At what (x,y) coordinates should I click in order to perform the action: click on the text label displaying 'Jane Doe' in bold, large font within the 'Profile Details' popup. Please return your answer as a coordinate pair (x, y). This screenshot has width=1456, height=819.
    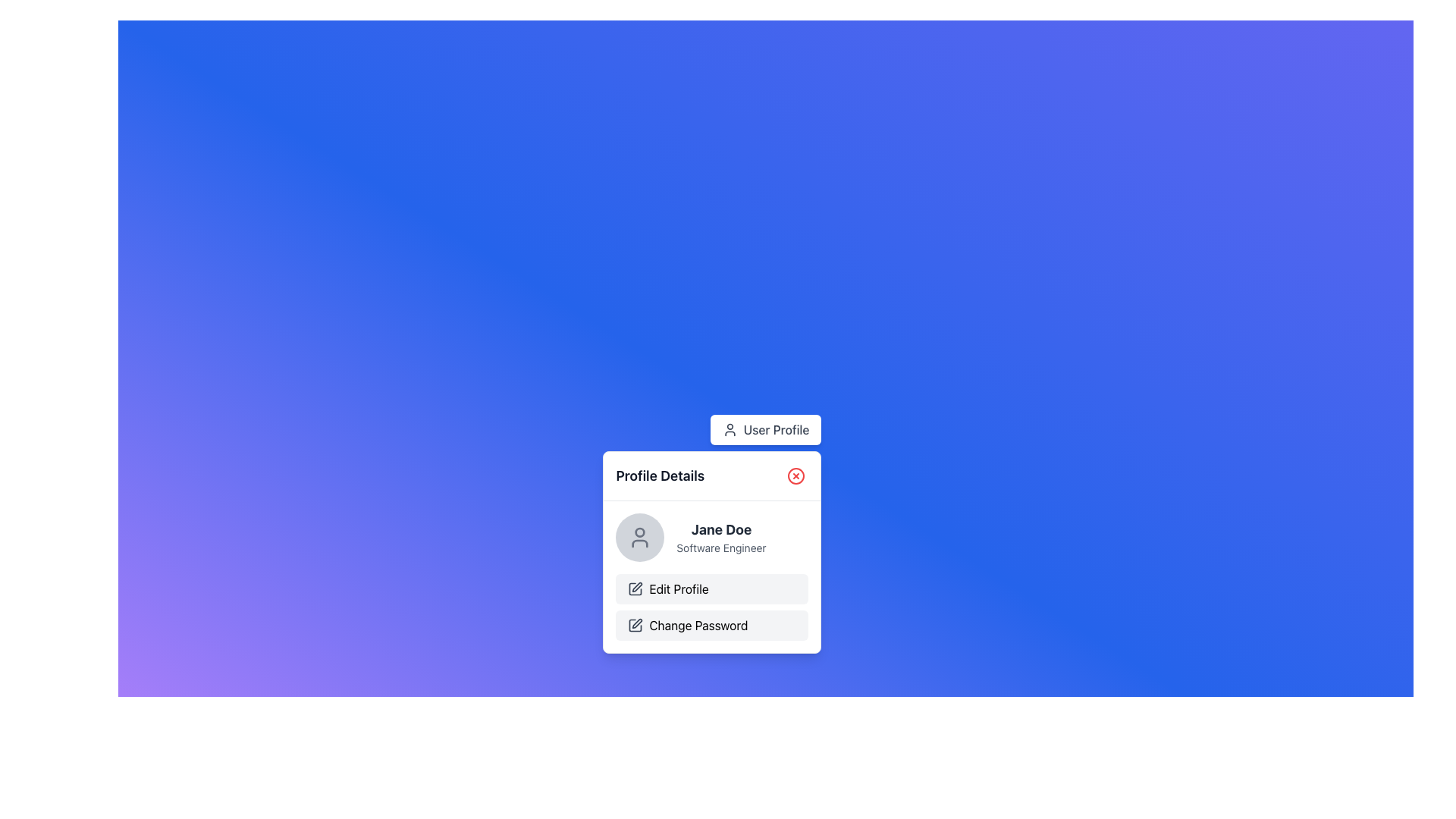
    Looking at the image, I should click on (720, 529).